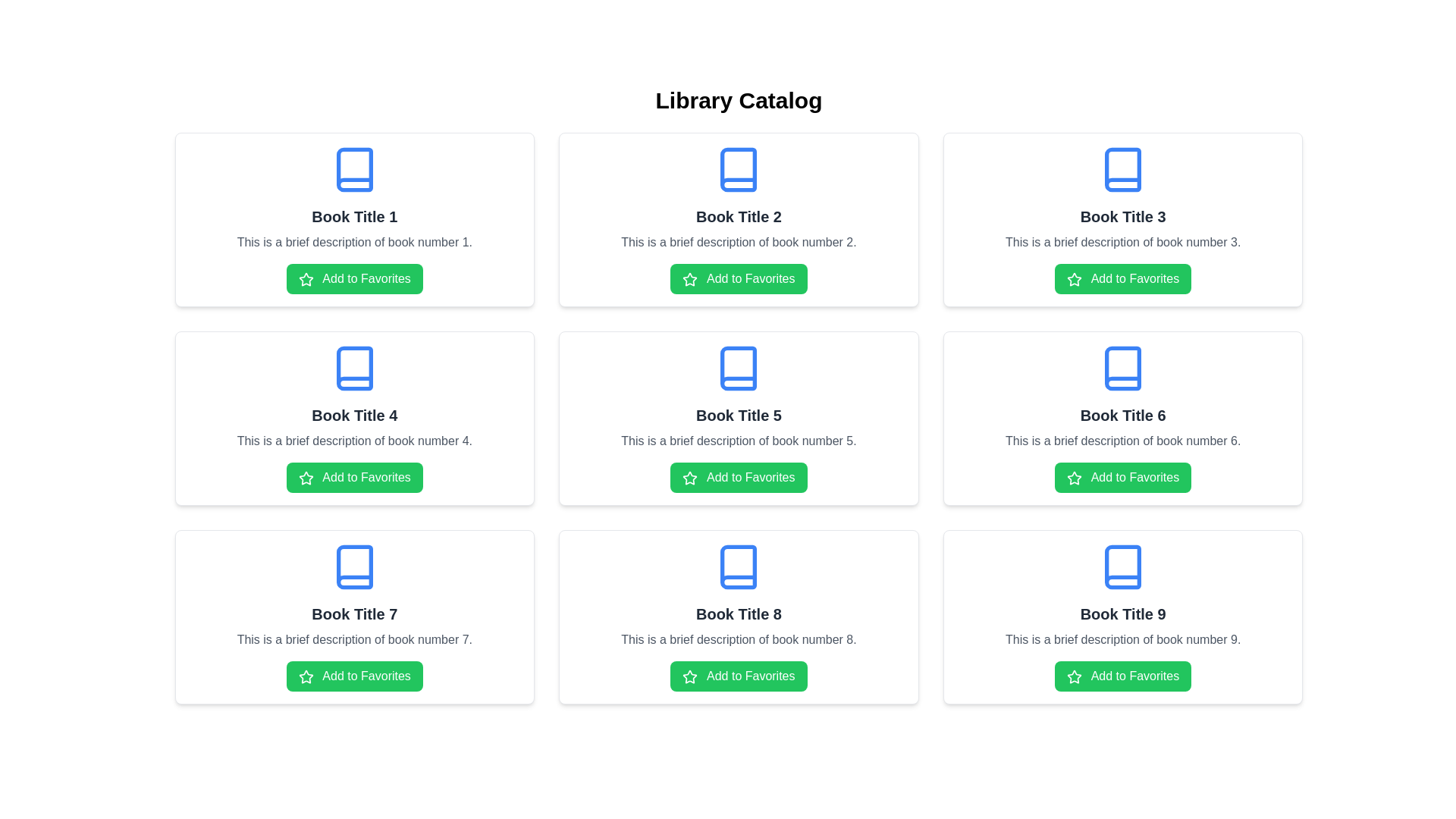  I want to click on the Text Label displaying 'Book Title 6', which is centrally located in the card layout above the description text and below the icon, so click(1123, 415).